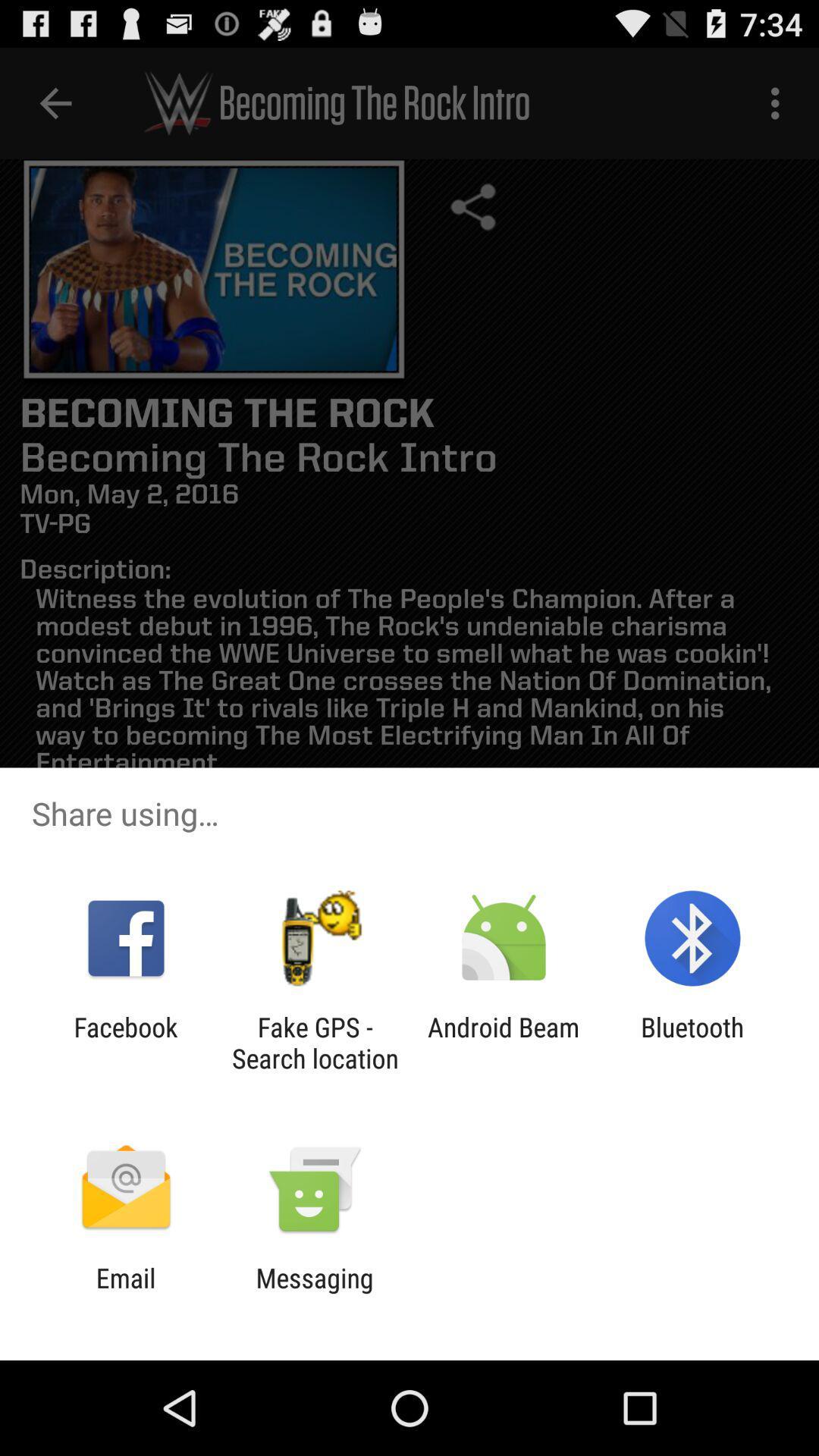  I want to click on item next to the bluetooth app, so click(504, 1042).